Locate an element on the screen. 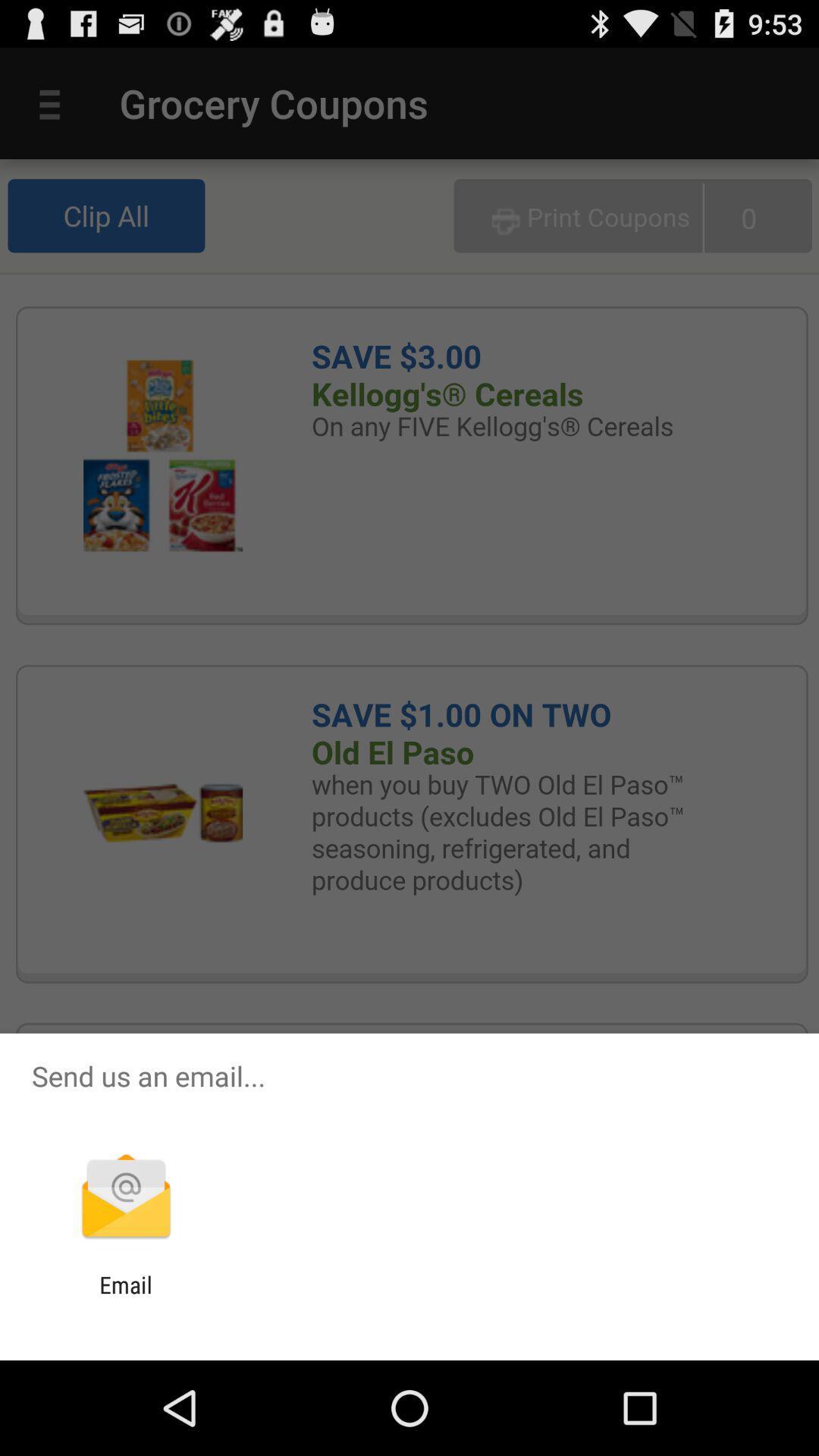 This screenshot has height=1456, width=819. the icon above the email item is located at coordinates (125, 1197).